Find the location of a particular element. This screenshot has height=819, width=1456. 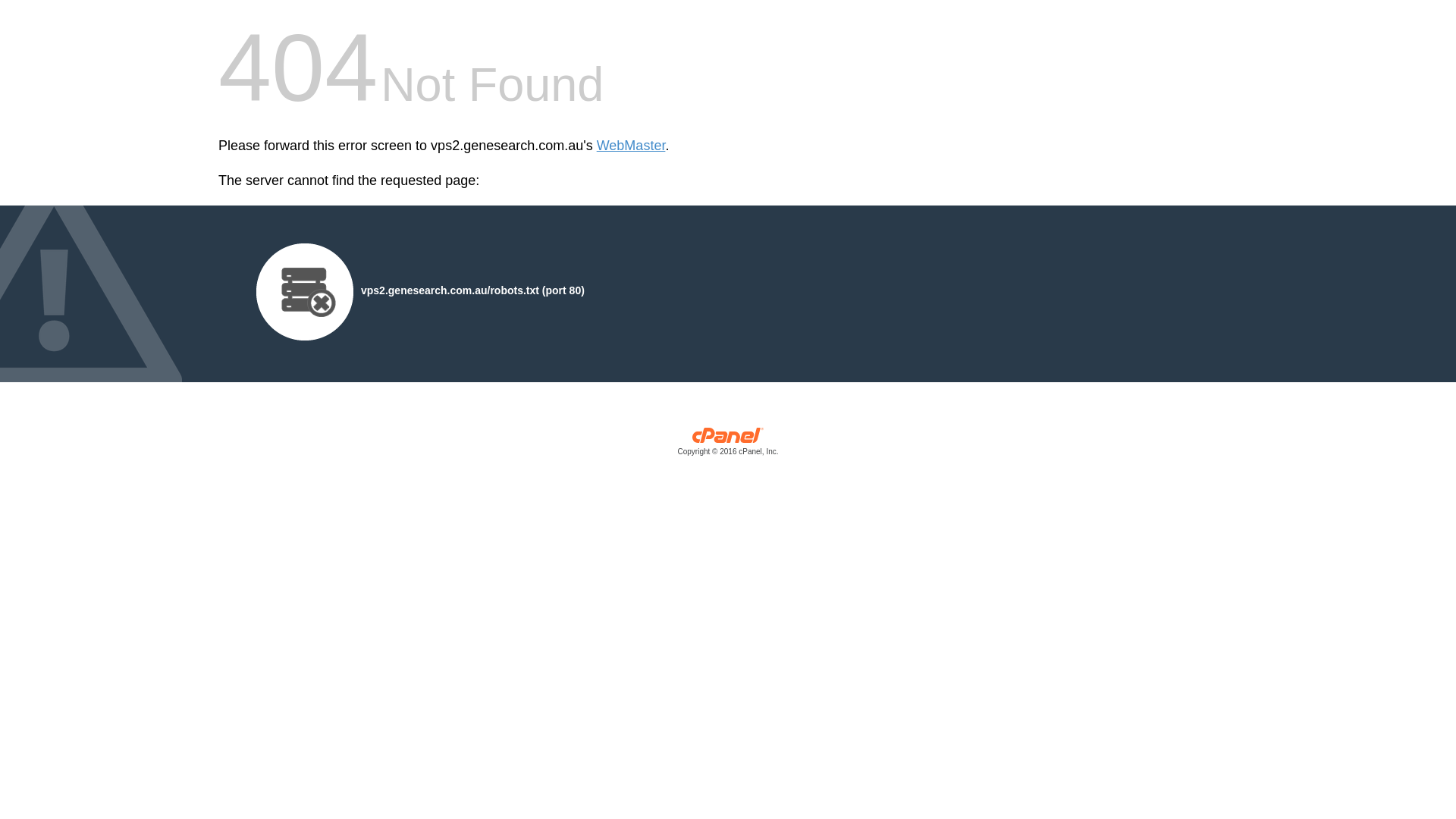

'WebMaster' is located at coordinates (631, 146).